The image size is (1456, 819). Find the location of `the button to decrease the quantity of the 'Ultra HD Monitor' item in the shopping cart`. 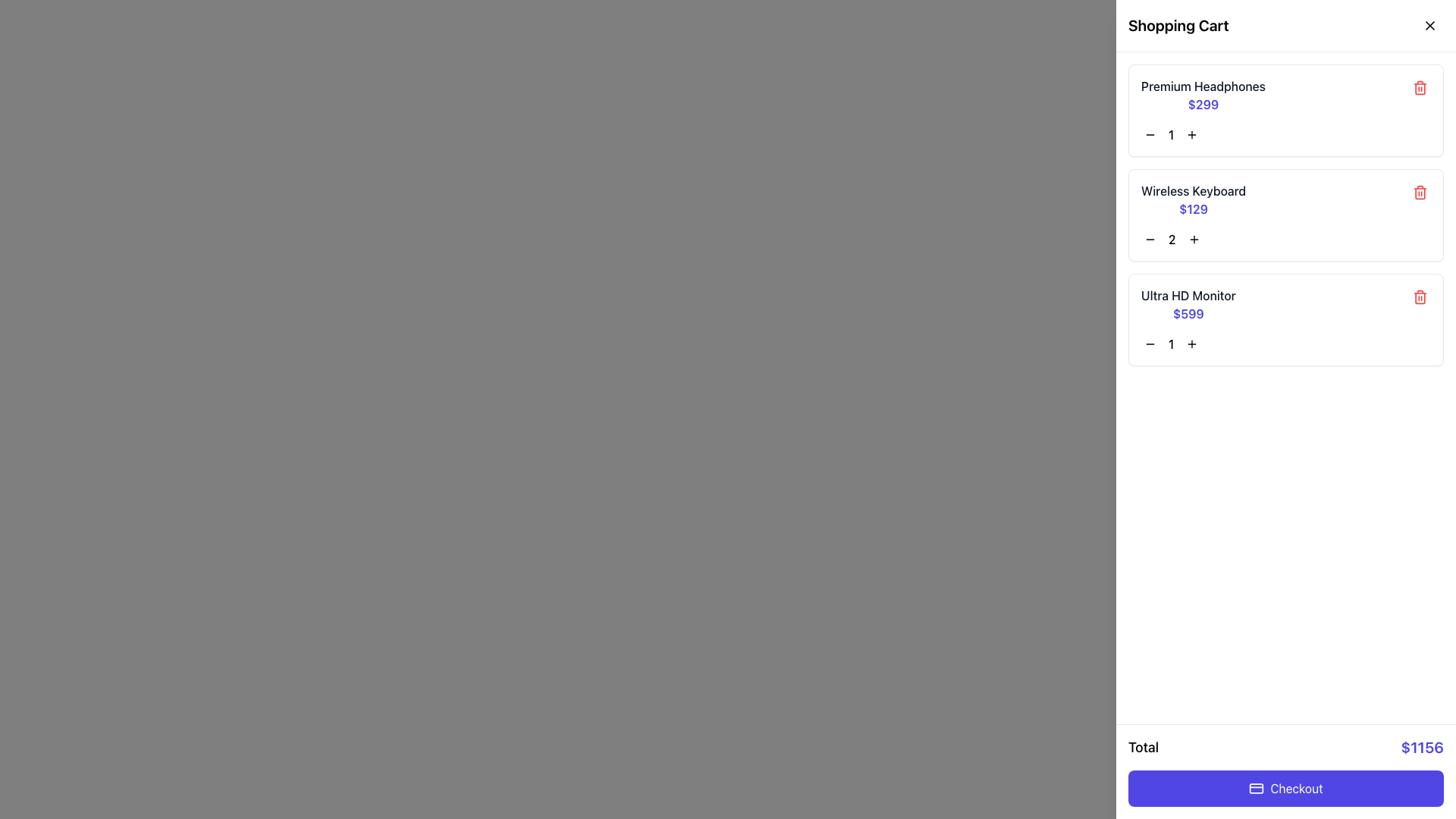

the button to decrease the quantity of the 'Ultra HD Monitor' item in the shopping cart is located at coordinates (1150, 344).